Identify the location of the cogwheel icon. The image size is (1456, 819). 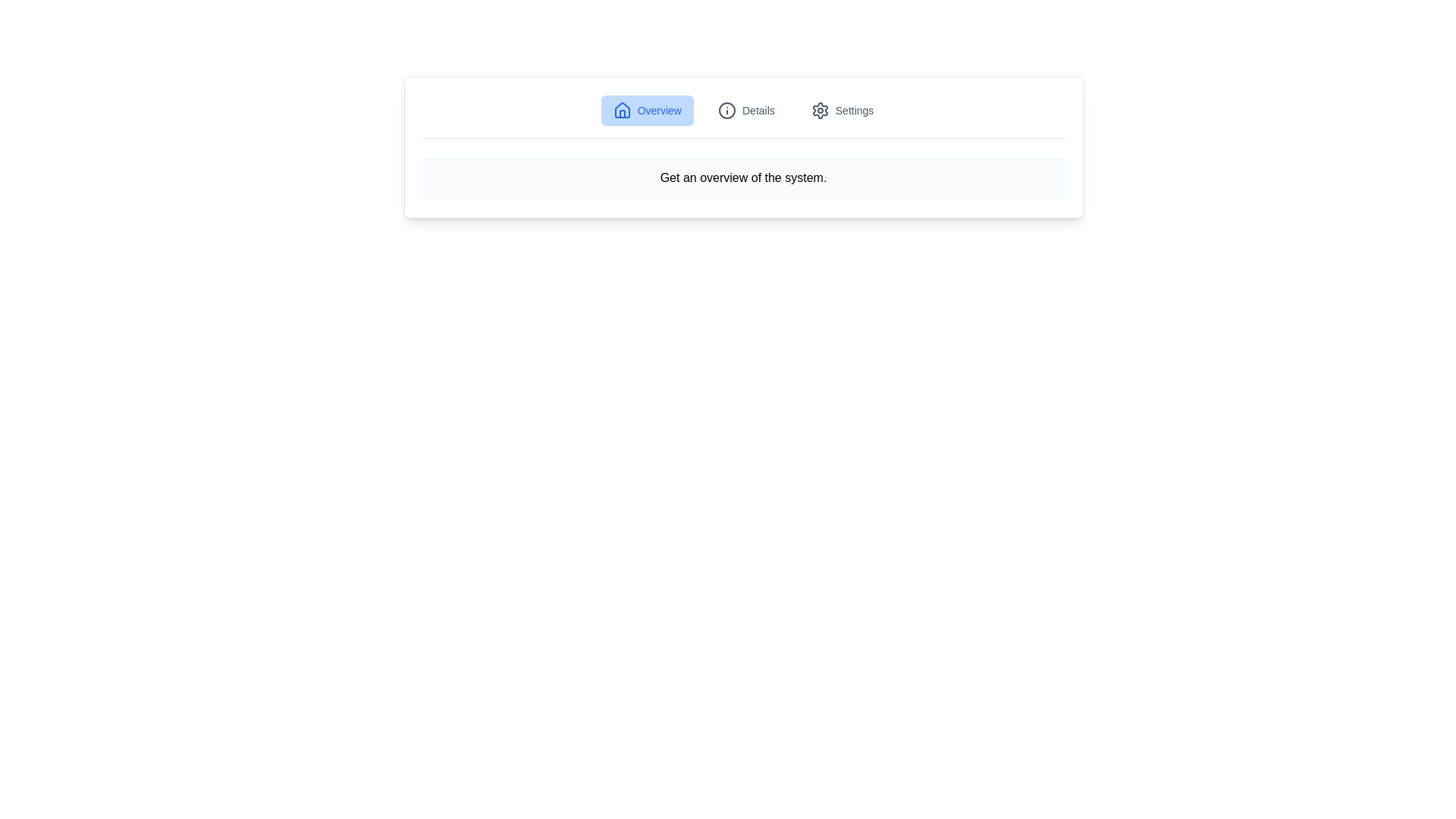
(819, 110).